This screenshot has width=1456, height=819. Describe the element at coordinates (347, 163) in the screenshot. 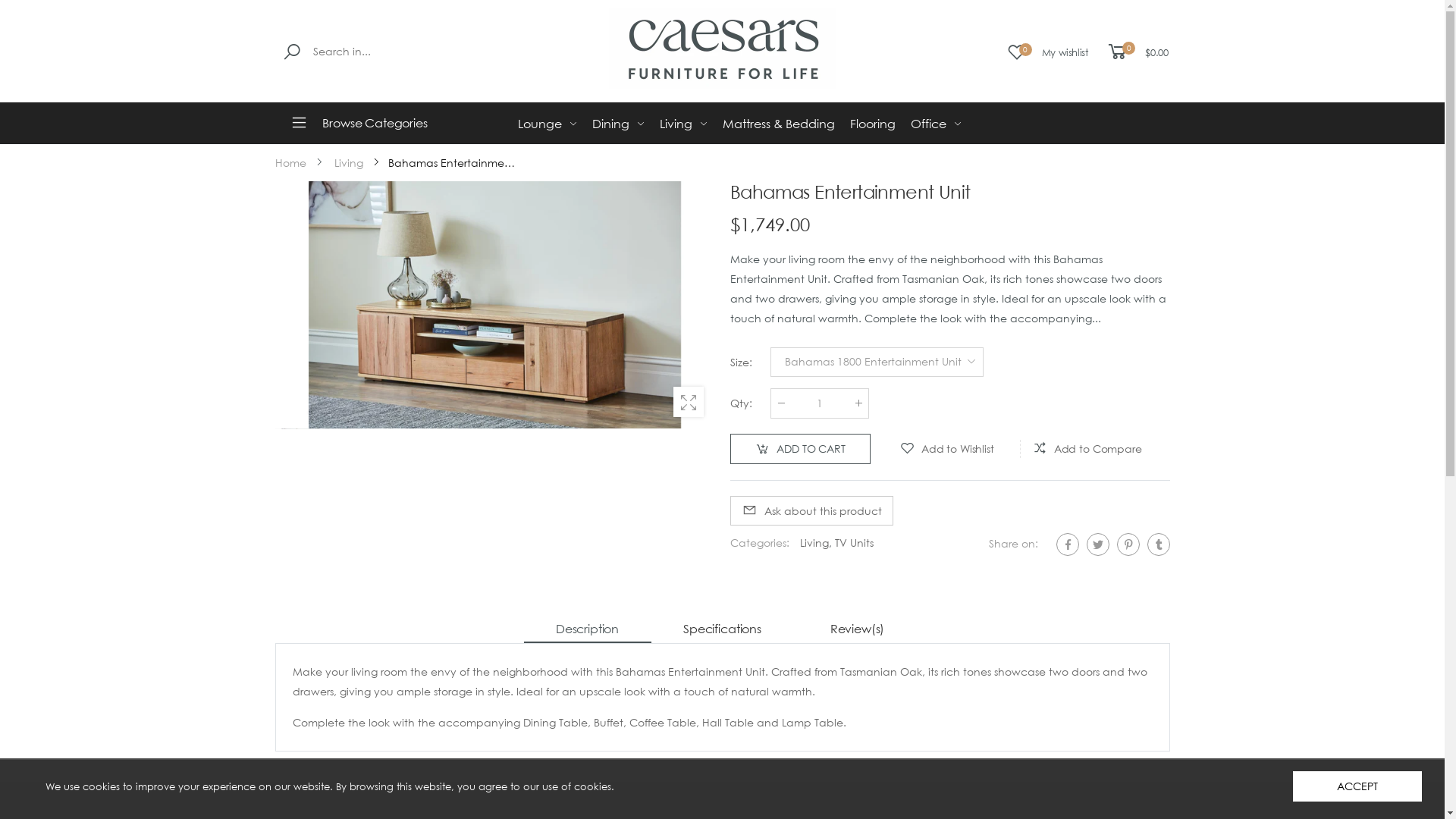

I see `'Living'` at that location.